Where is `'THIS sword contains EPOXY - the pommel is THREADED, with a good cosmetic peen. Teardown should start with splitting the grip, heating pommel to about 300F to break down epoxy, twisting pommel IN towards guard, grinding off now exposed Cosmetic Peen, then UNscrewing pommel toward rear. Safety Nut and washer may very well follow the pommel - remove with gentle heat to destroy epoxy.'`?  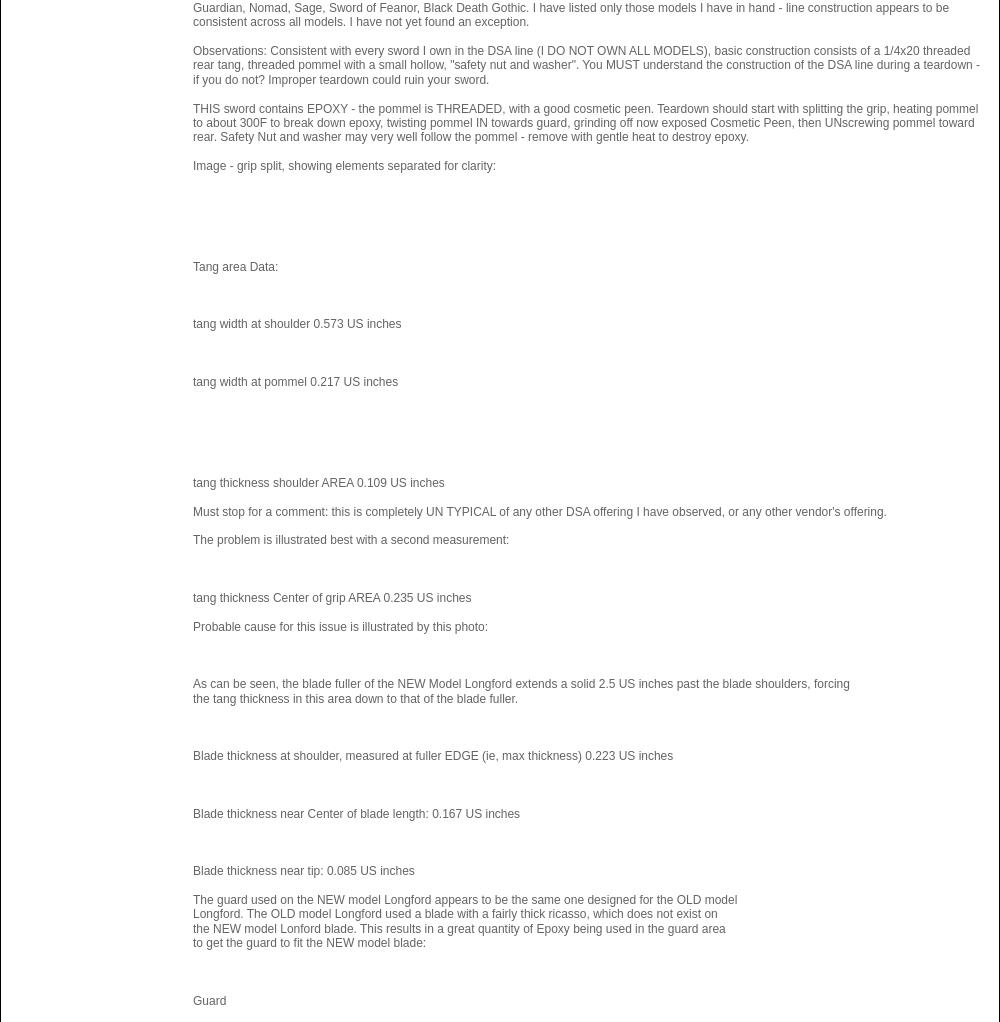 'THIS sword contains EPOXY - the pommel is THREADED, with a good cosmetic peen. Teardown should start with splitting the grip, heating pommel to about 300F to break down epoxy, twisting pommel IN towards guard, grinding off now exposed Cosmetic Peen, then UNscrewing pommel toward rear. Safety Nut and washer may very well follow the pommel - remove with gentle heat to destroy epoxy.' is located at coordinates (584, 122).